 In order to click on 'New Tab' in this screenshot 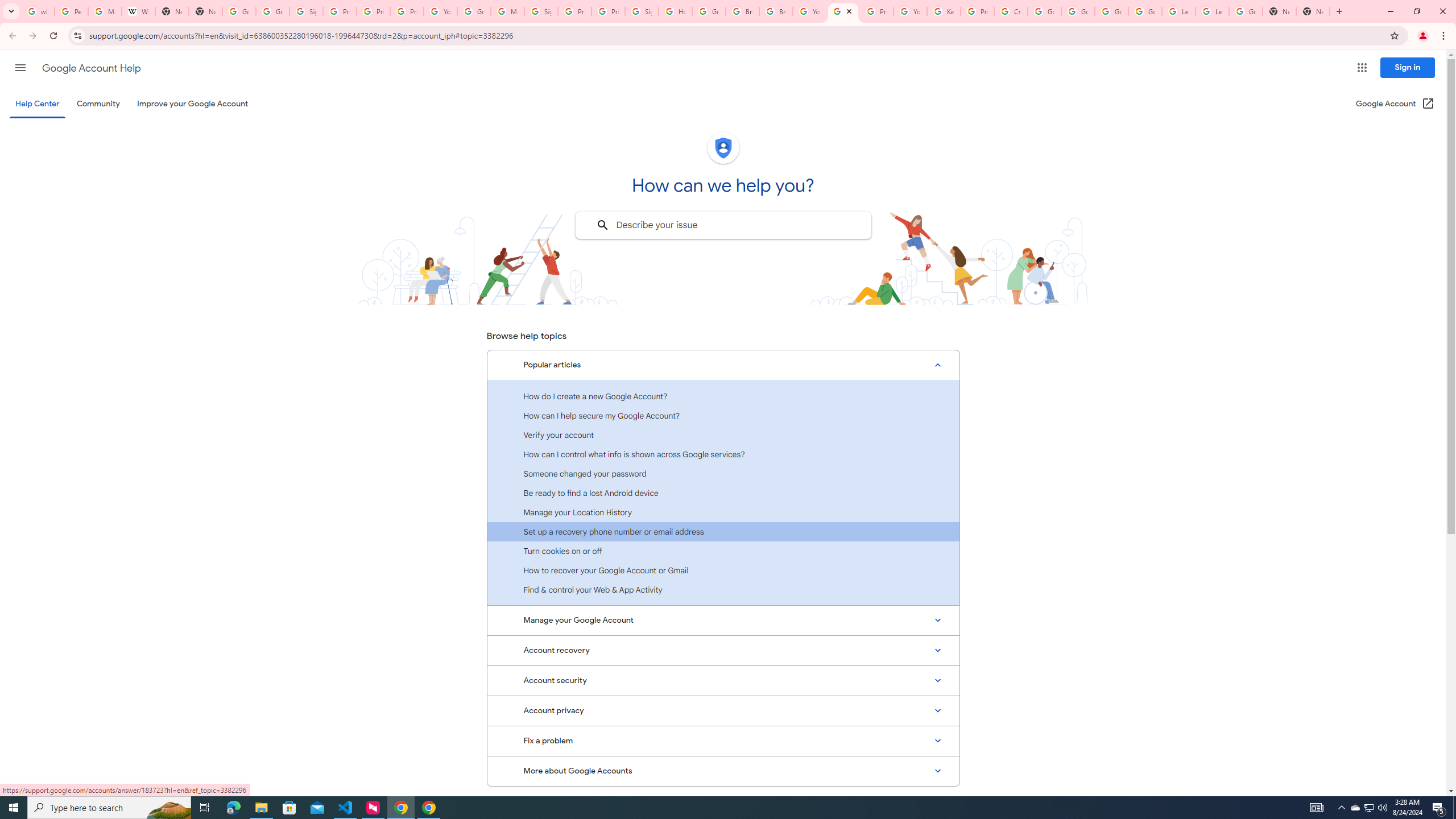, I will do `click(1280, 11)`.